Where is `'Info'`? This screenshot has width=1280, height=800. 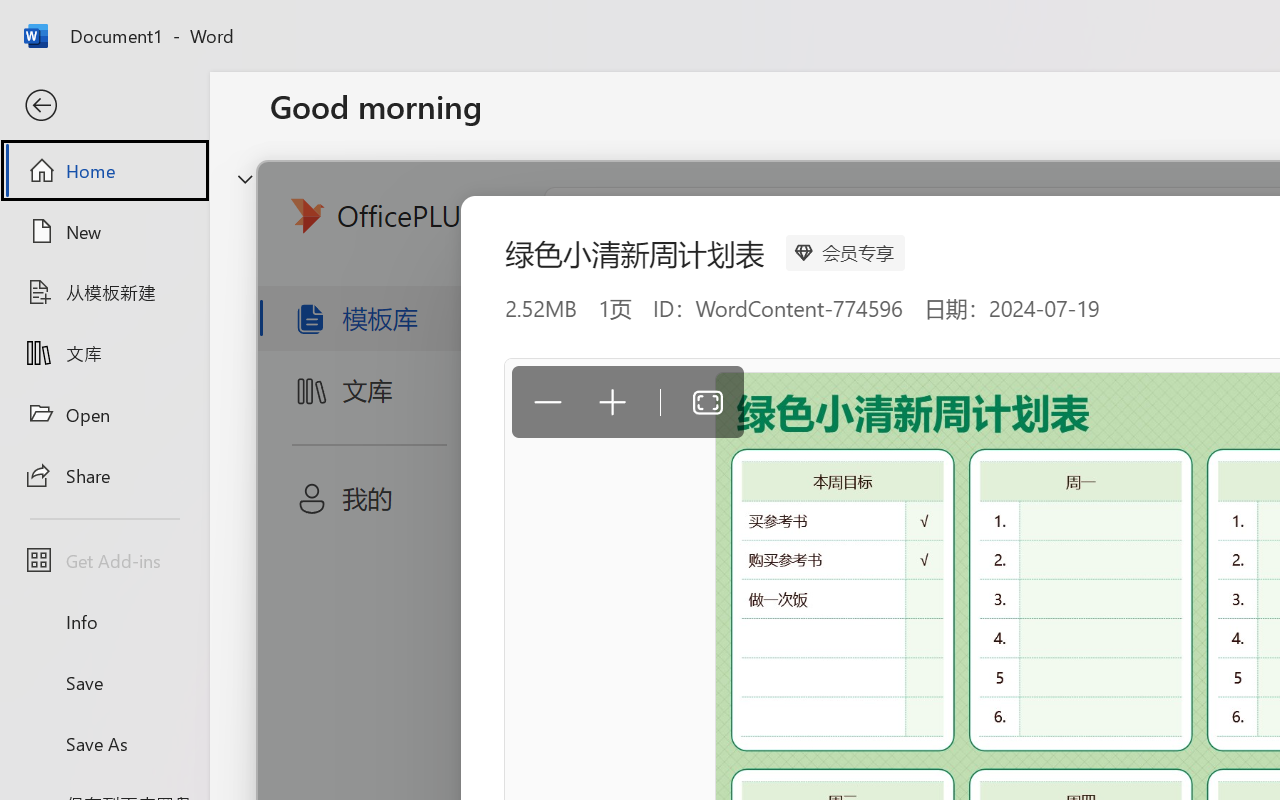
'Info' is located at coordinates (103, 621).